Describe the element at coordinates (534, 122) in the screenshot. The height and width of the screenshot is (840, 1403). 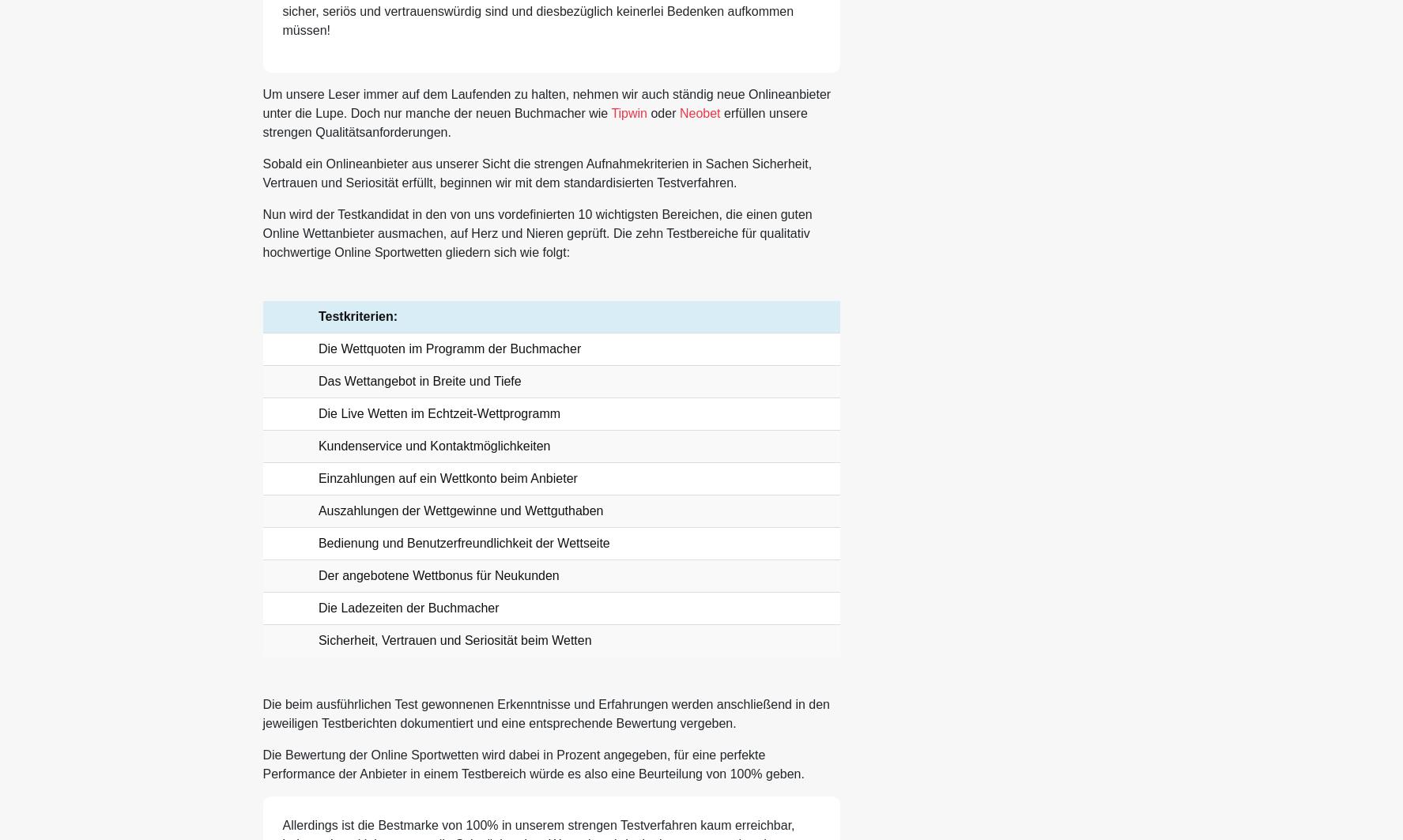
I see `'erfüllen unsere strengen Qualitätsanforderungen.'` at that location.